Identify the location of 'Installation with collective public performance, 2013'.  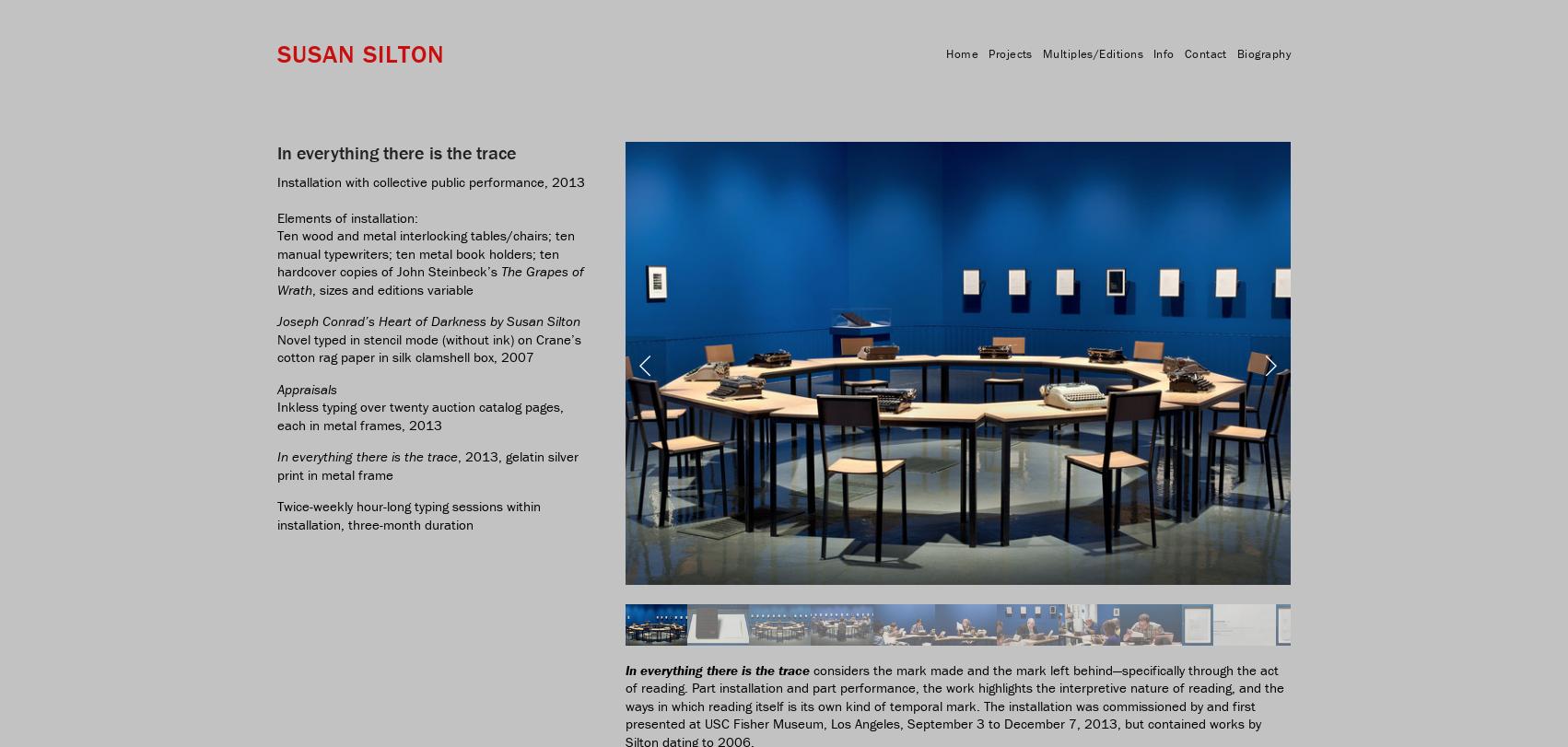
(430, 181).